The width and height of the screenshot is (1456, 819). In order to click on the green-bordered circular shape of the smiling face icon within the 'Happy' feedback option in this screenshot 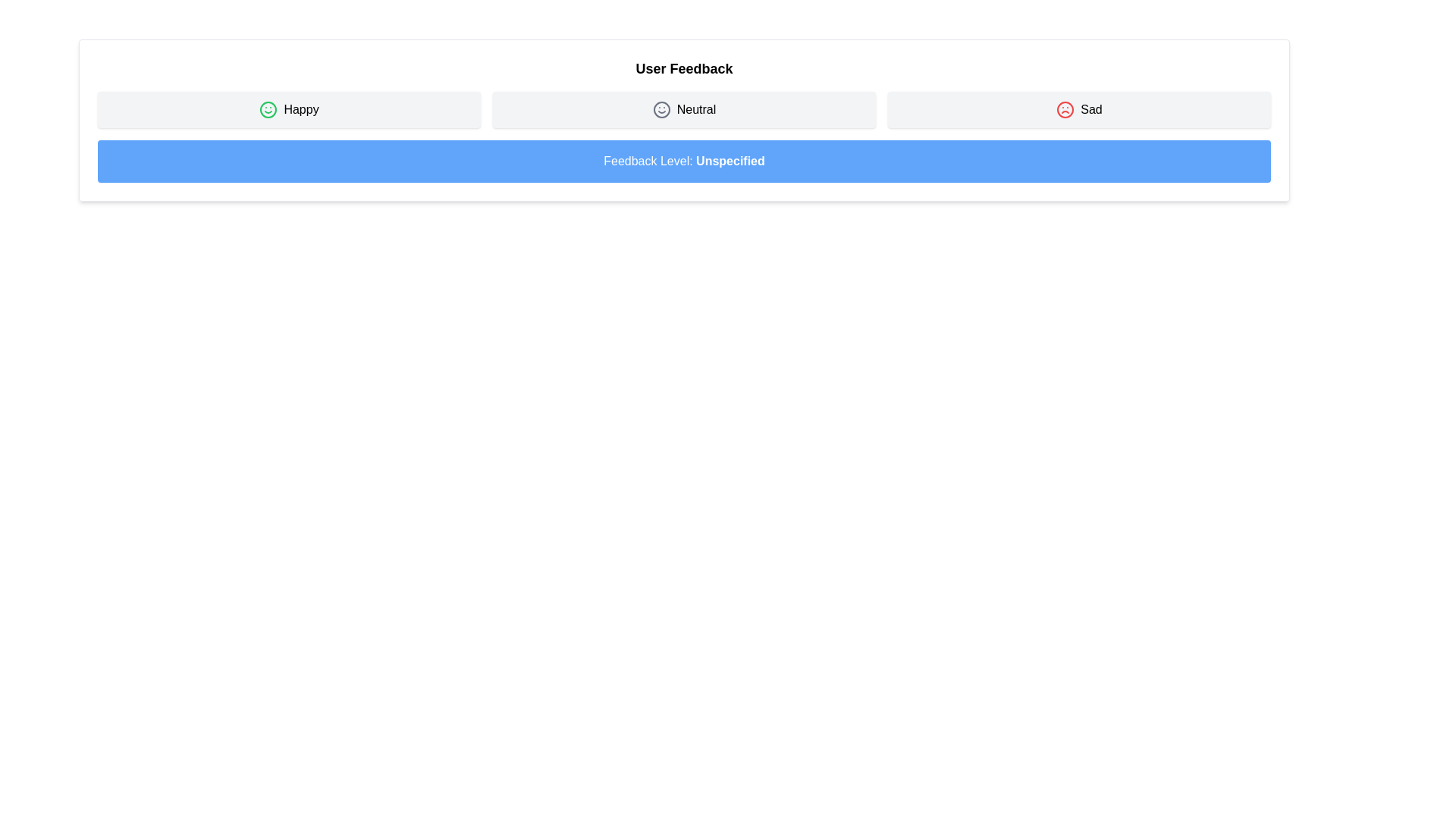, I will do `click(268, 109)`.